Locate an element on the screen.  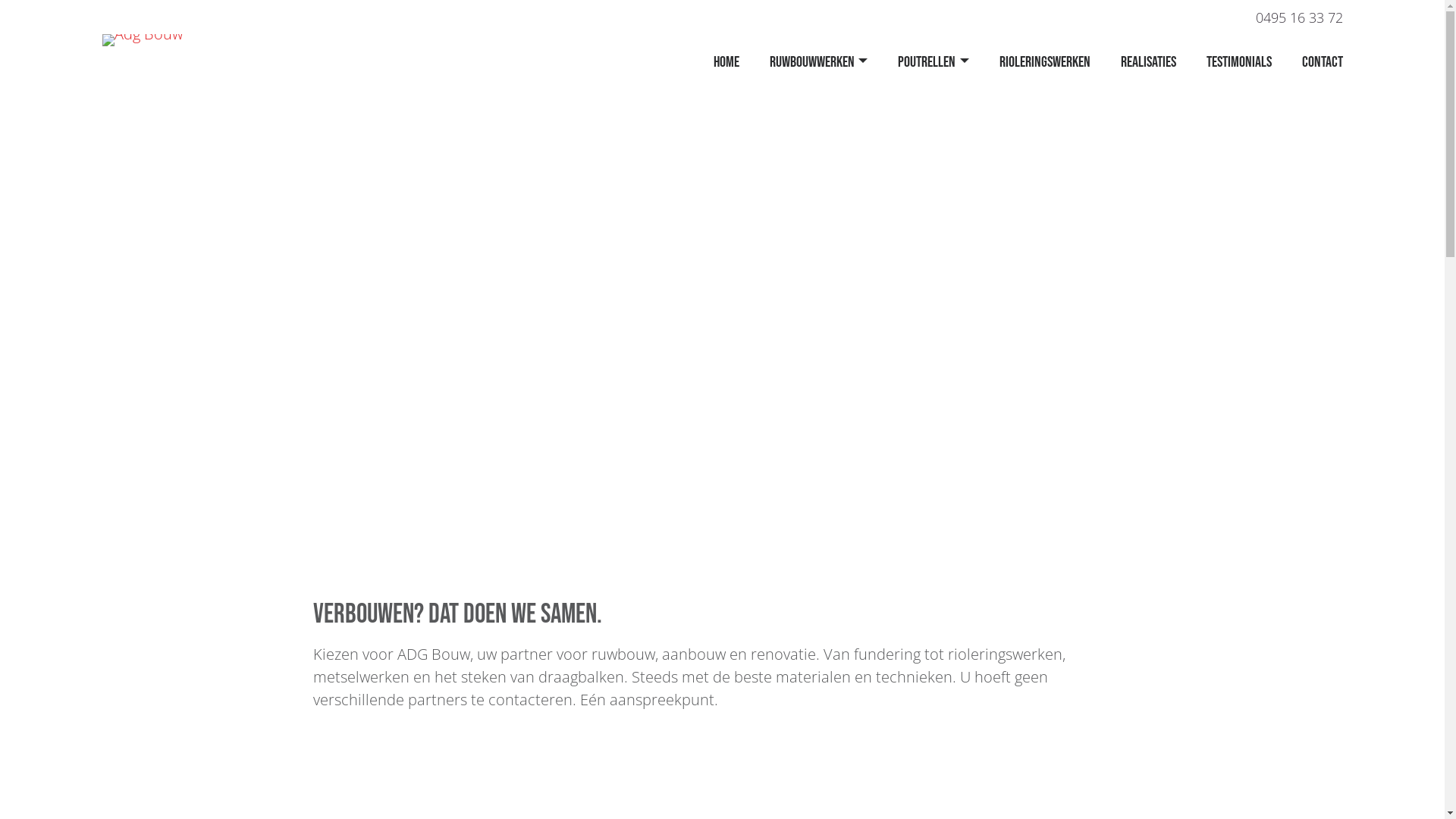
'RUWBOUWWERKEN' is located at coordinates (817, 62).